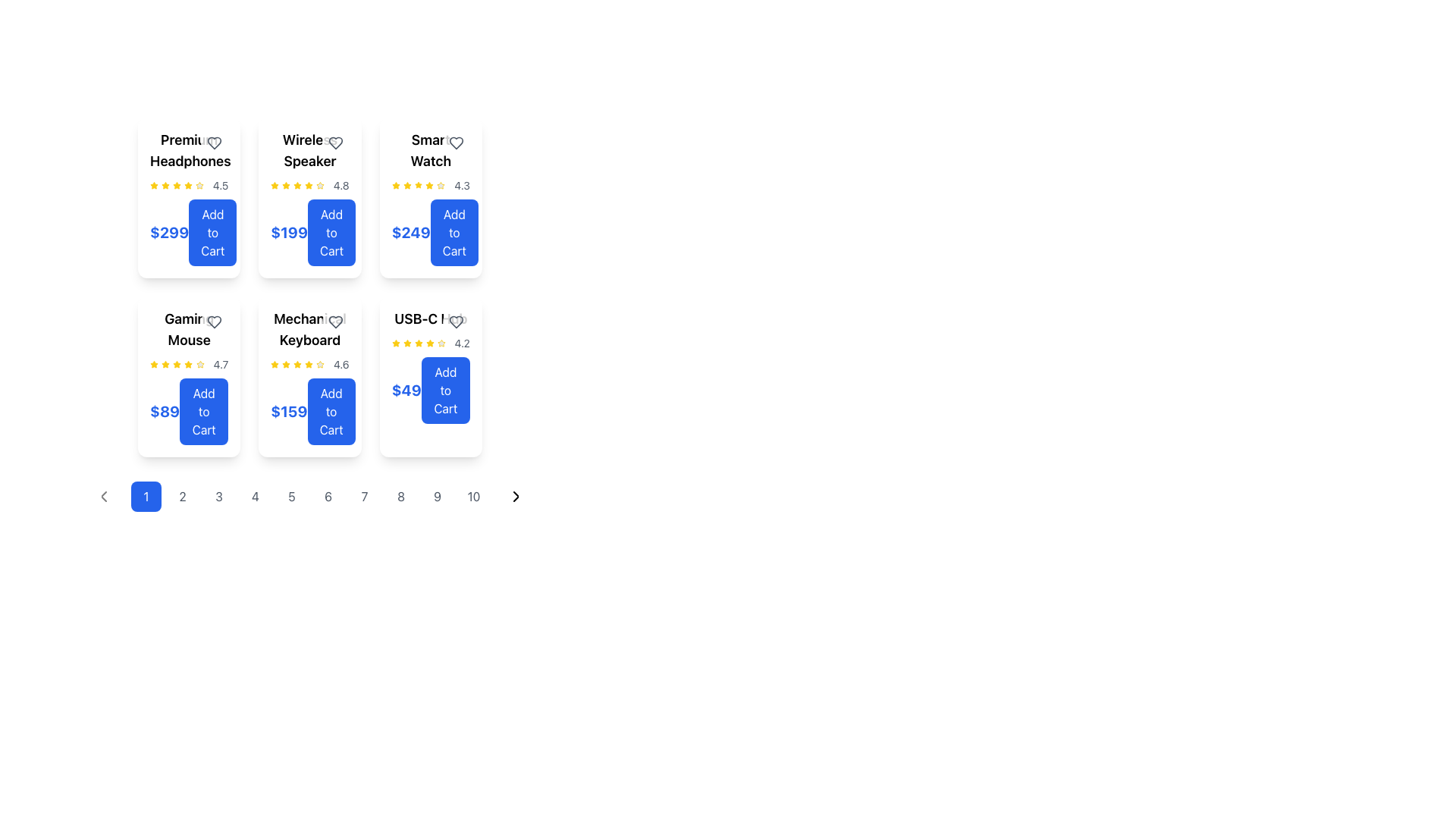 Image resolution: width=1456 pixels, height=819 pixels. I want to click on fourth yellow star icon in the rating section of the card labeled 'USB-C ...', located in the bottom-right corner of the grid of cards, so click(419, 343).